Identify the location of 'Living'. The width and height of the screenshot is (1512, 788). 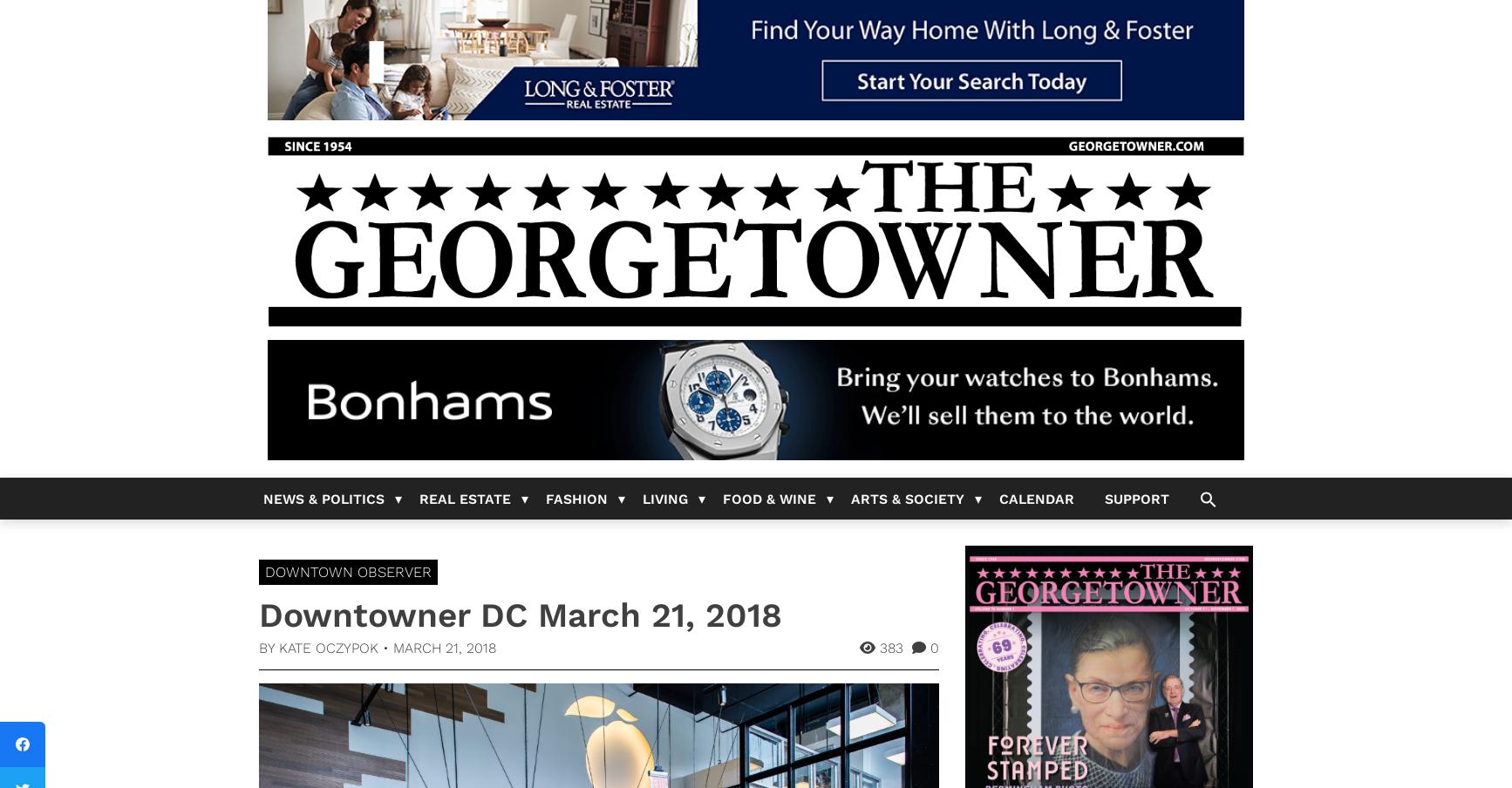
(664, 498).